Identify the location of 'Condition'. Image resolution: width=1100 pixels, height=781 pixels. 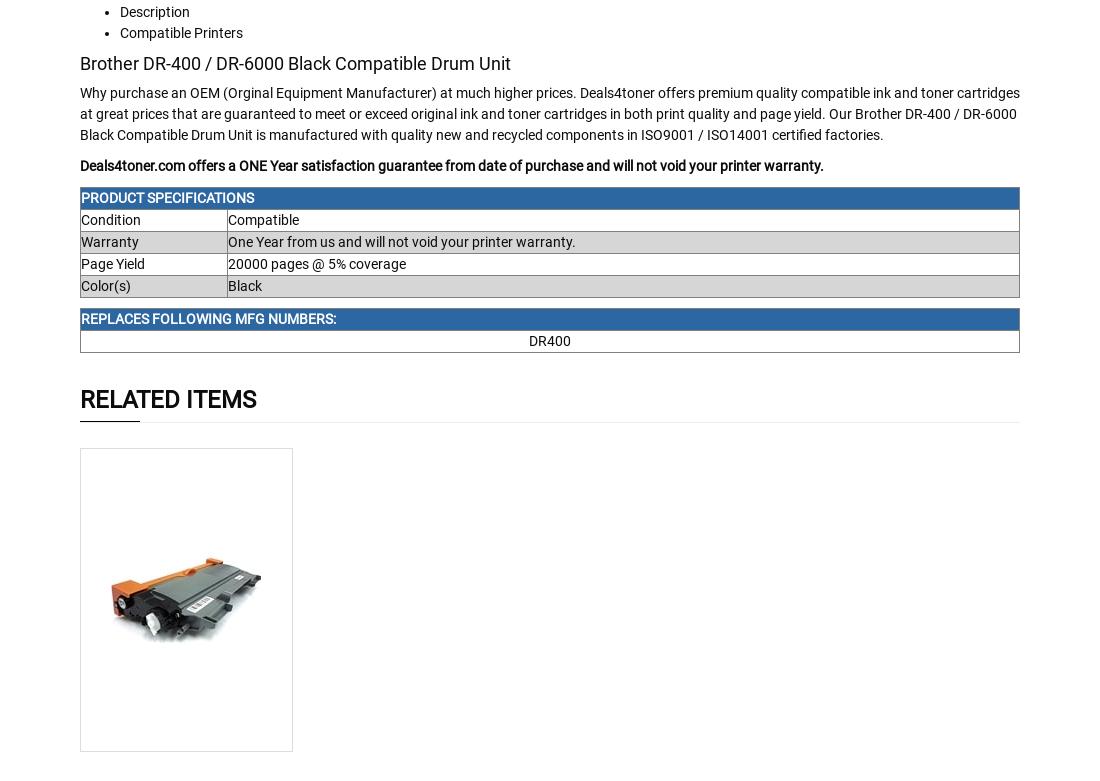
(110, 219).